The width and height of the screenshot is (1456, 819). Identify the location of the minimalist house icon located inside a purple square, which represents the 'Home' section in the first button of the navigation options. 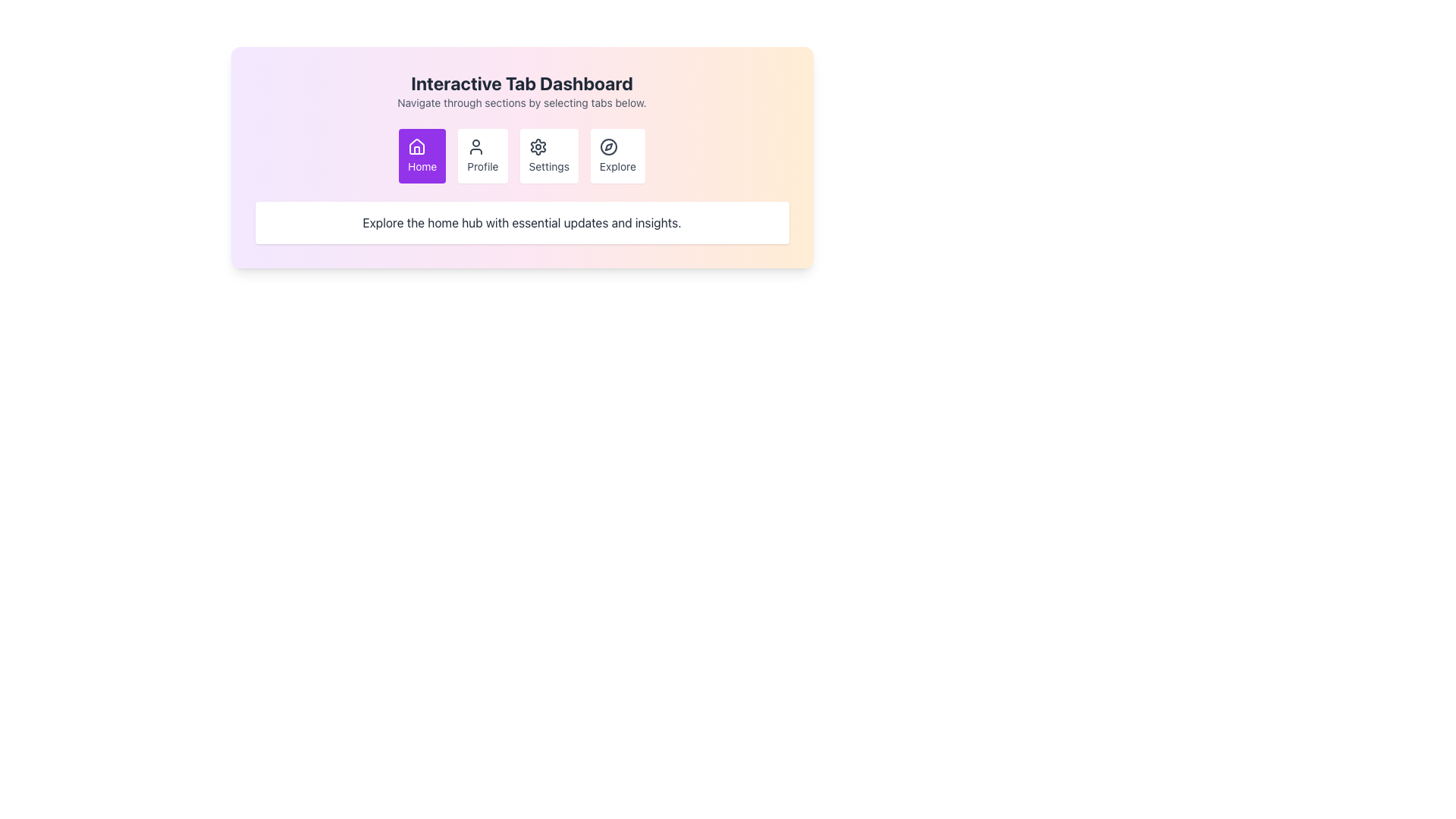
(416, 146).